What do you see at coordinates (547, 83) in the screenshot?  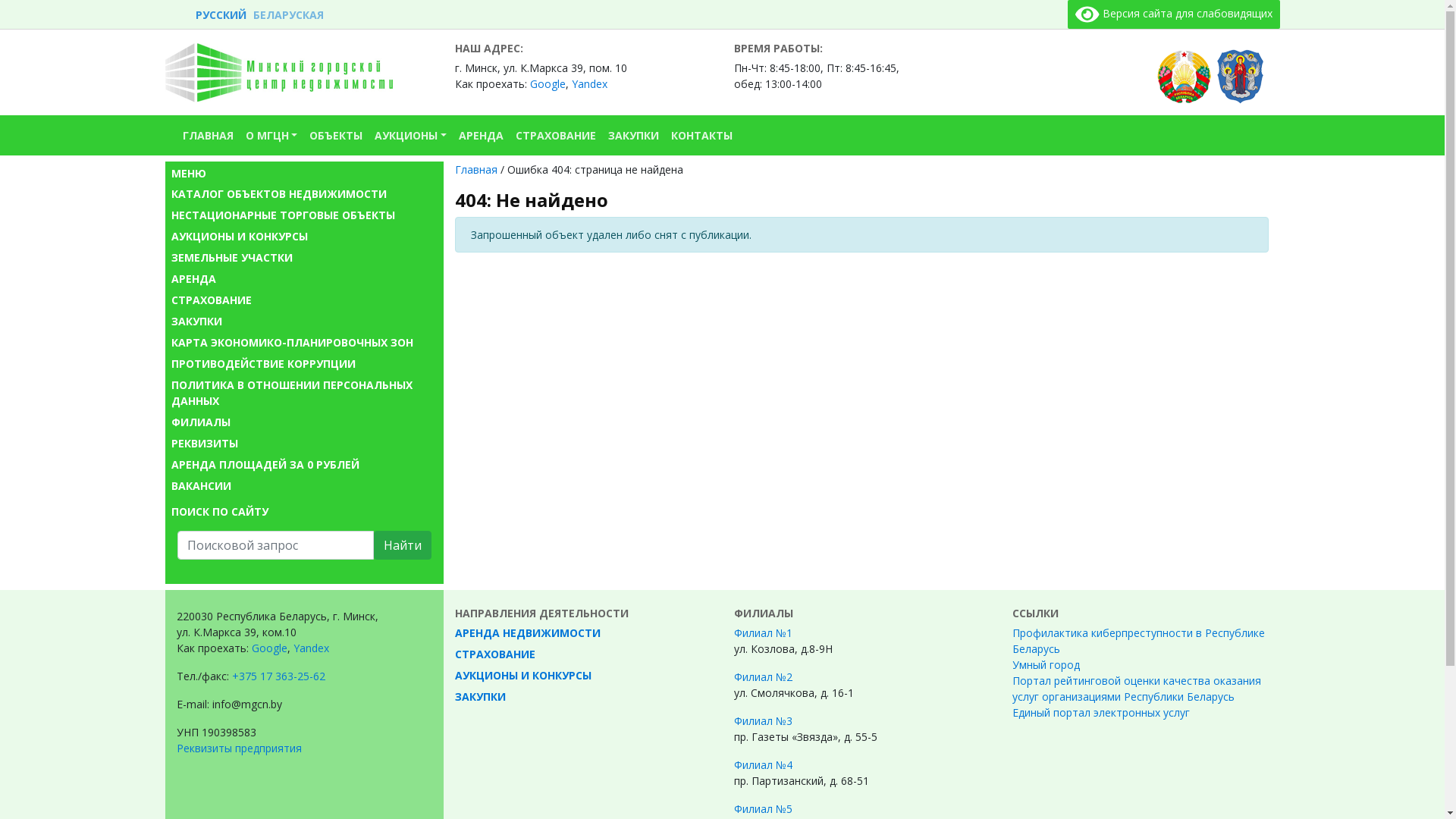 I see `'Google'` at bounding box center [547, 83].